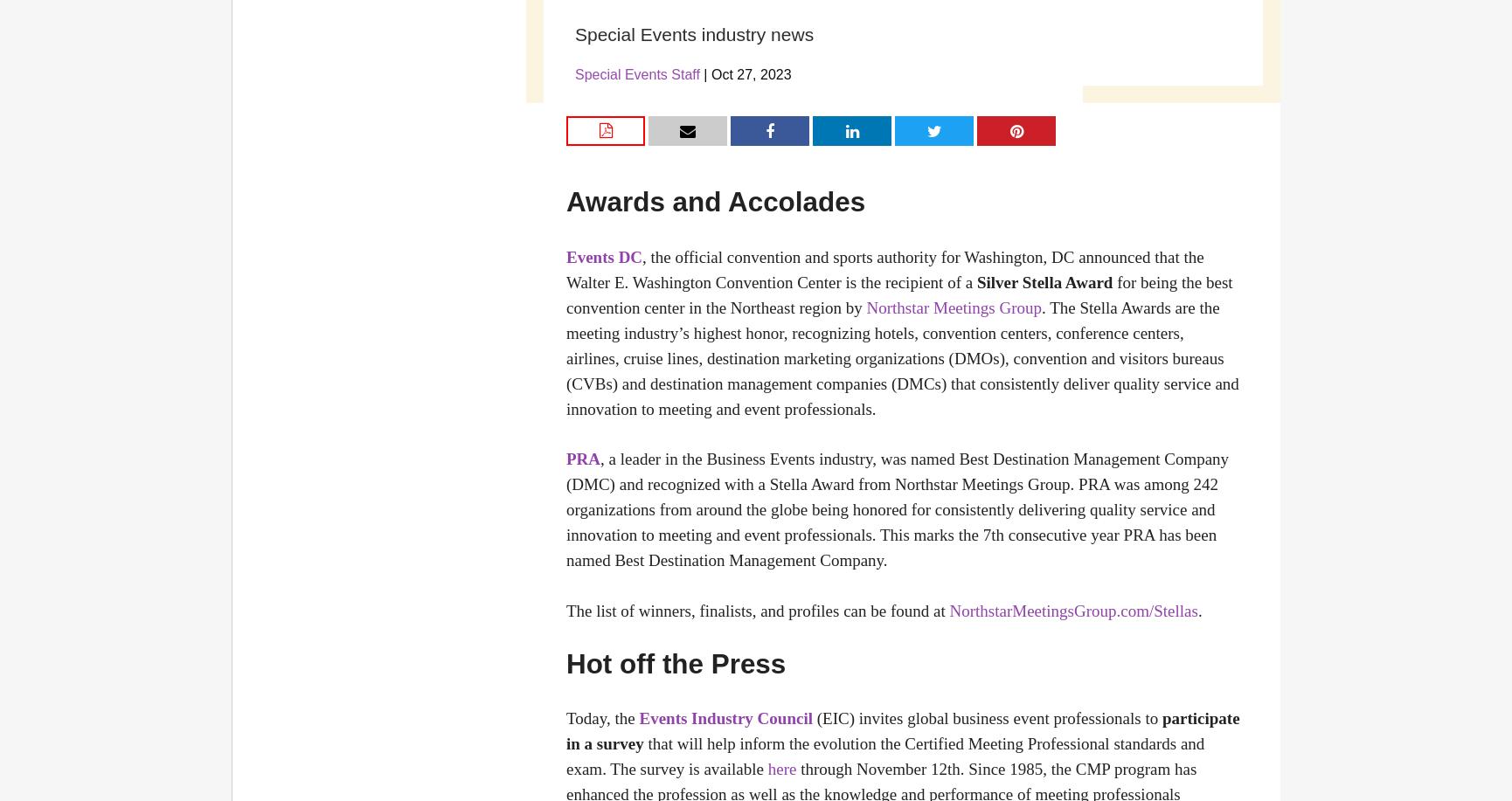 The height and width of the screenshot is (801, 1512). What do you see at coordinates (566, 459) in the screenshot?
I see `'PRA'` at bounding box center [566, 459].